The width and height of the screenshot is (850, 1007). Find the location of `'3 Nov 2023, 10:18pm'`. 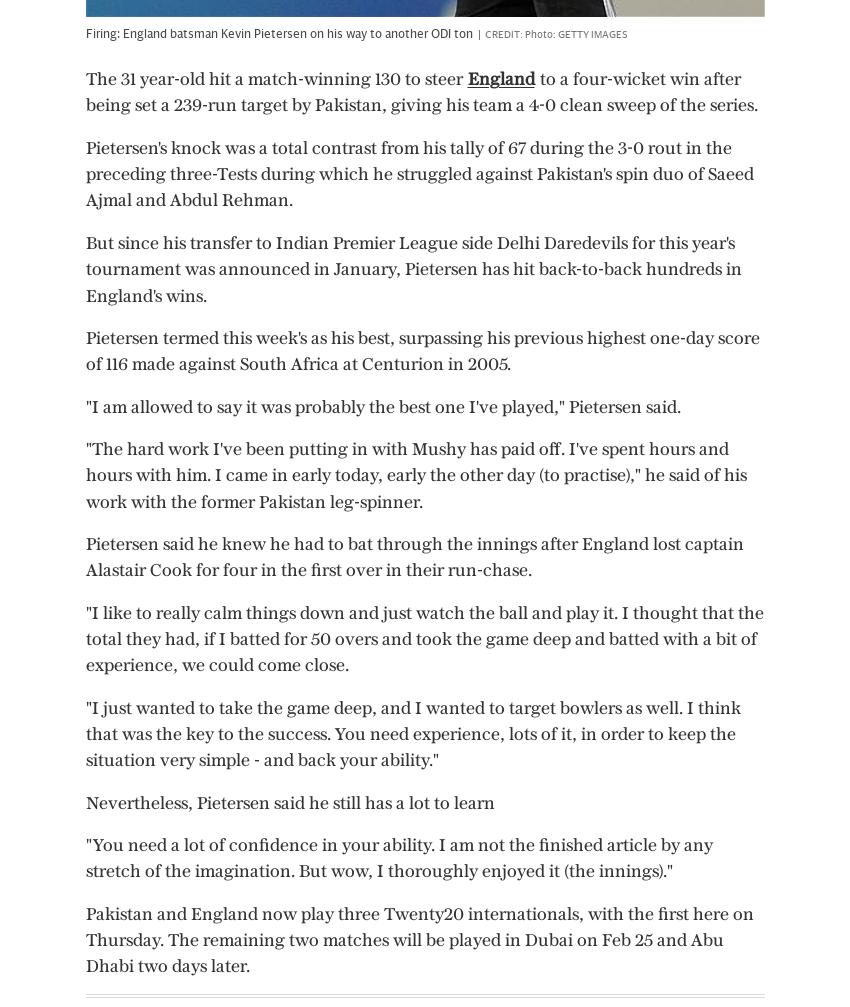

'3 Nov 2023, 10:18pm' is located at coordinates (349, 662).